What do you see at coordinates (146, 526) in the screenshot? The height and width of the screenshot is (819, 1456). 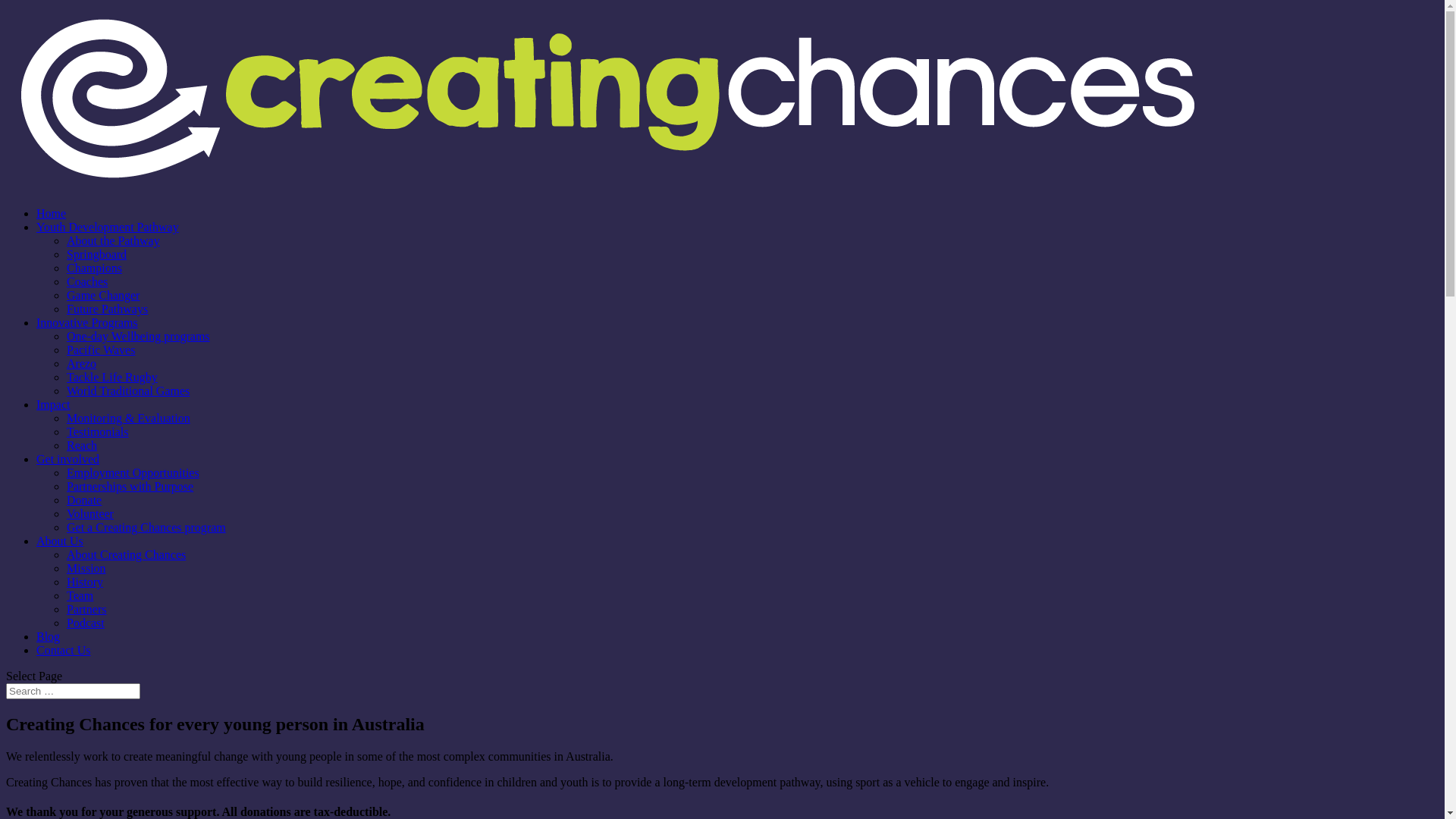 I see `'Get a Creating Chances program'` at bounding box center [146, 526].